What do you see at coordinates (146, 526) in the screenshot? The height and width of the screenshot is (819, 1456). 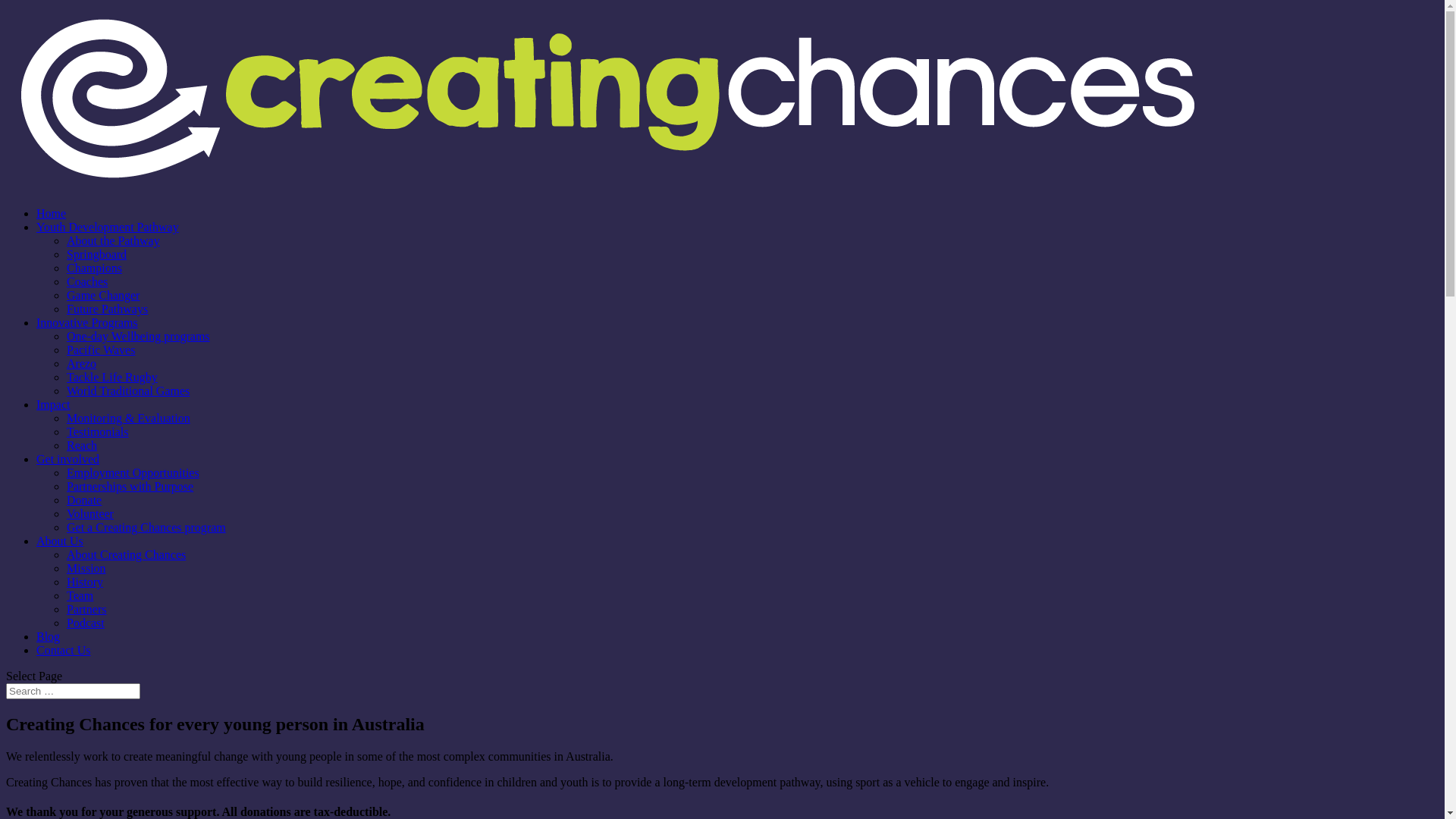 I see `'Get a Creating Chances program'` at bounding box center [146, 526].